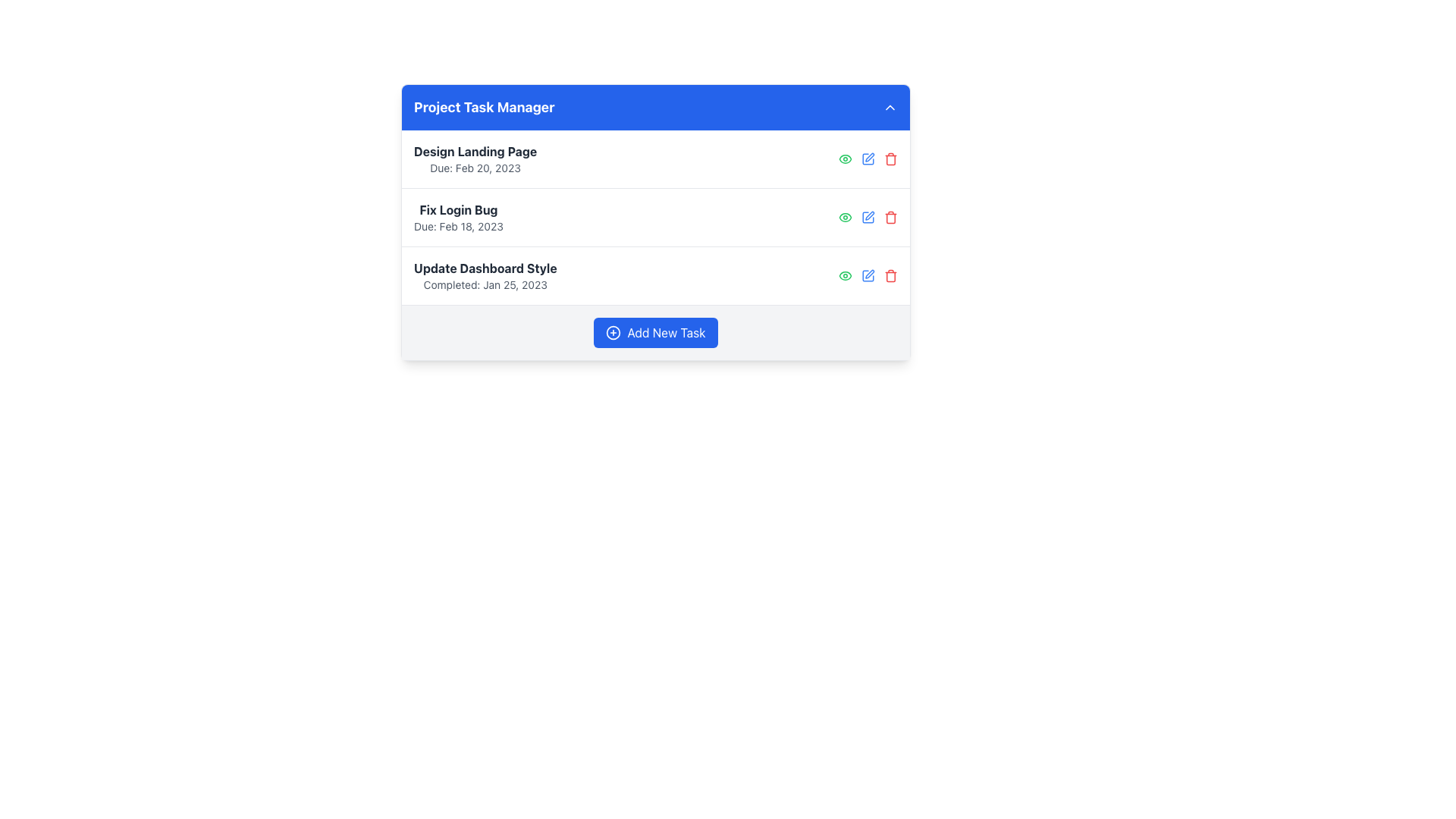 The width and height of the screenshot is (1456, 819). What do you see at coordinates (483, 107) in the screenshot?
I see `title label 'Project Task Manager' located centrally in the blue header section of the card, above the list of task items` at bounding box center [483, 107].